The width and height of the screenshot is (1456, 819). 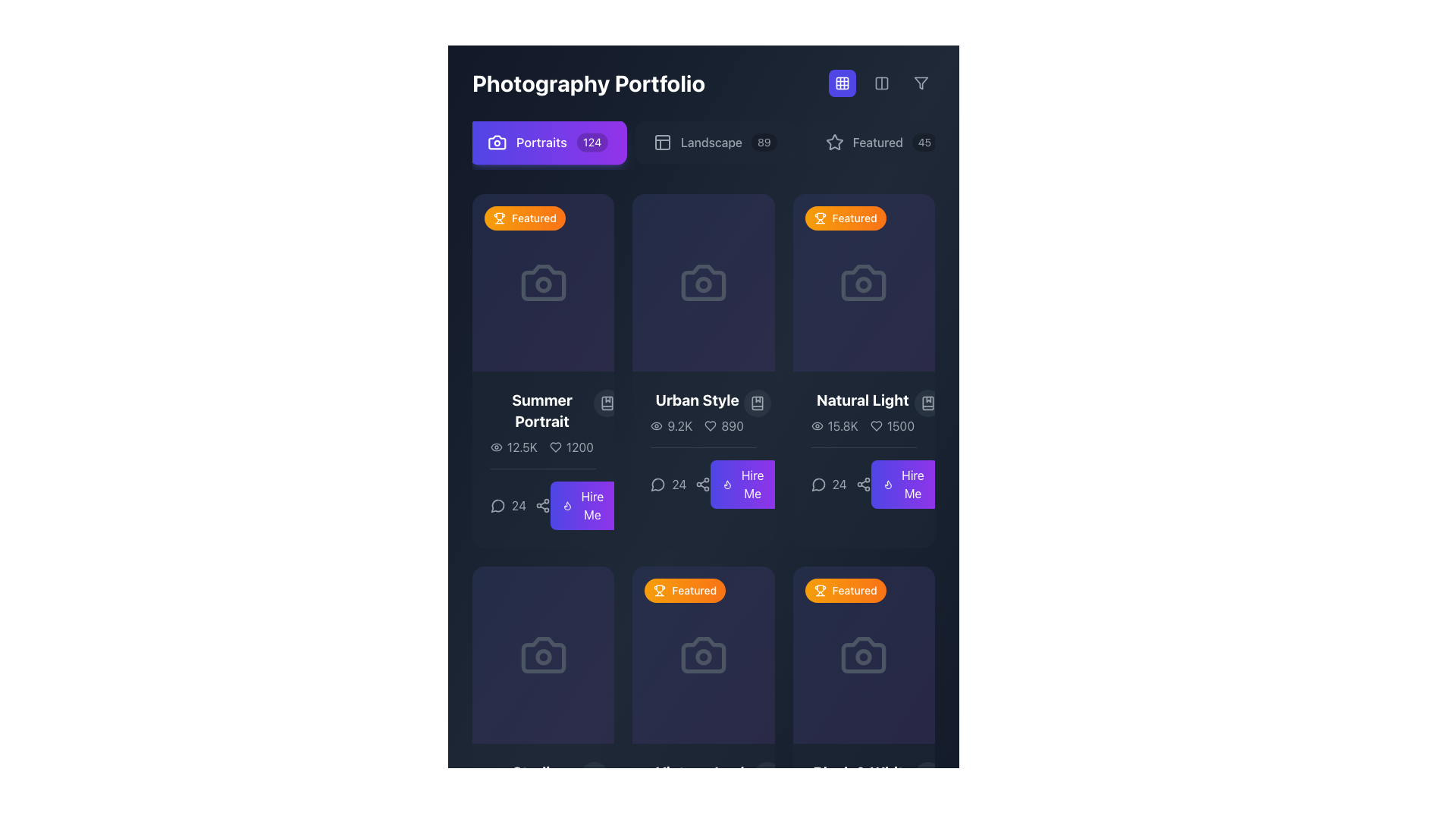 I want to click on the call-to-action button in the lower-right corner of the 'Natural Light' card, so click(x=912, y=485).